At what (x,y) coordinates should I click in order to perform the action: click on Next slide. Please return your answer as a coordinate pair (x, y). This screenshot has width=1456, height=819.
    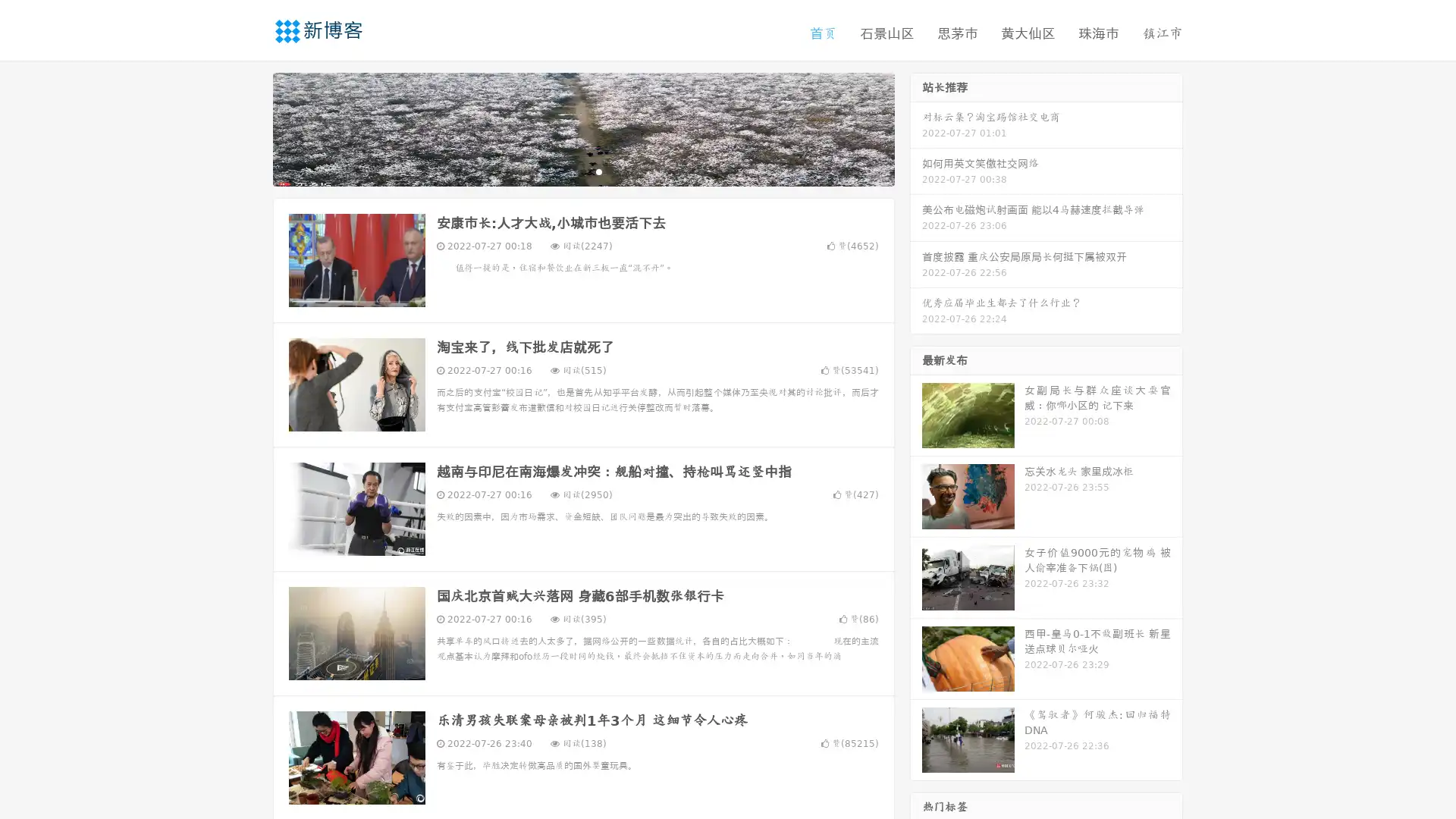
    Looking at the image, I should click on (916, 127).